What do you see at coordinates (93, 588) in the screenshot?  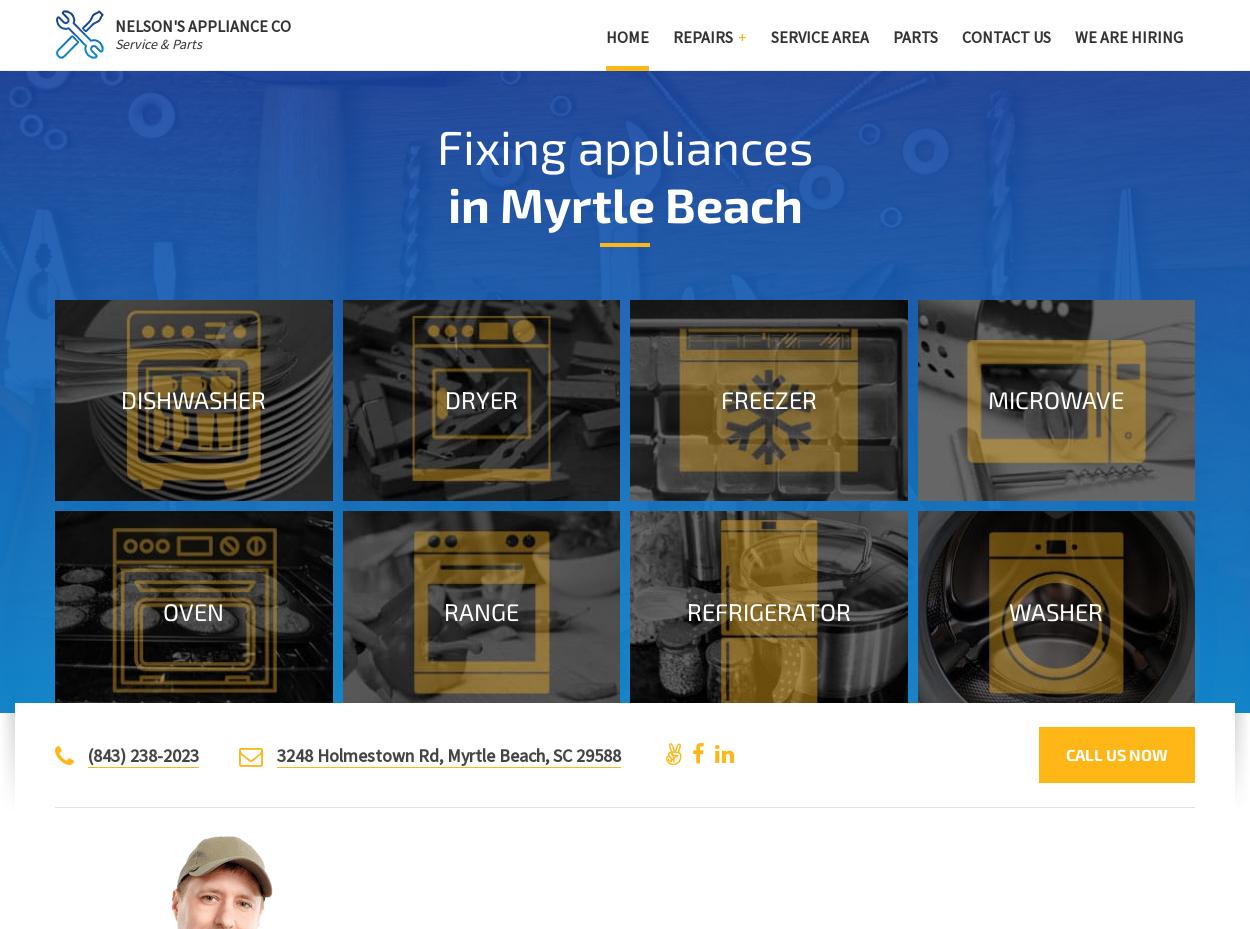 I see `'It’is always a bad time for the oven to quit working.'` at bounding box center [93, 588].